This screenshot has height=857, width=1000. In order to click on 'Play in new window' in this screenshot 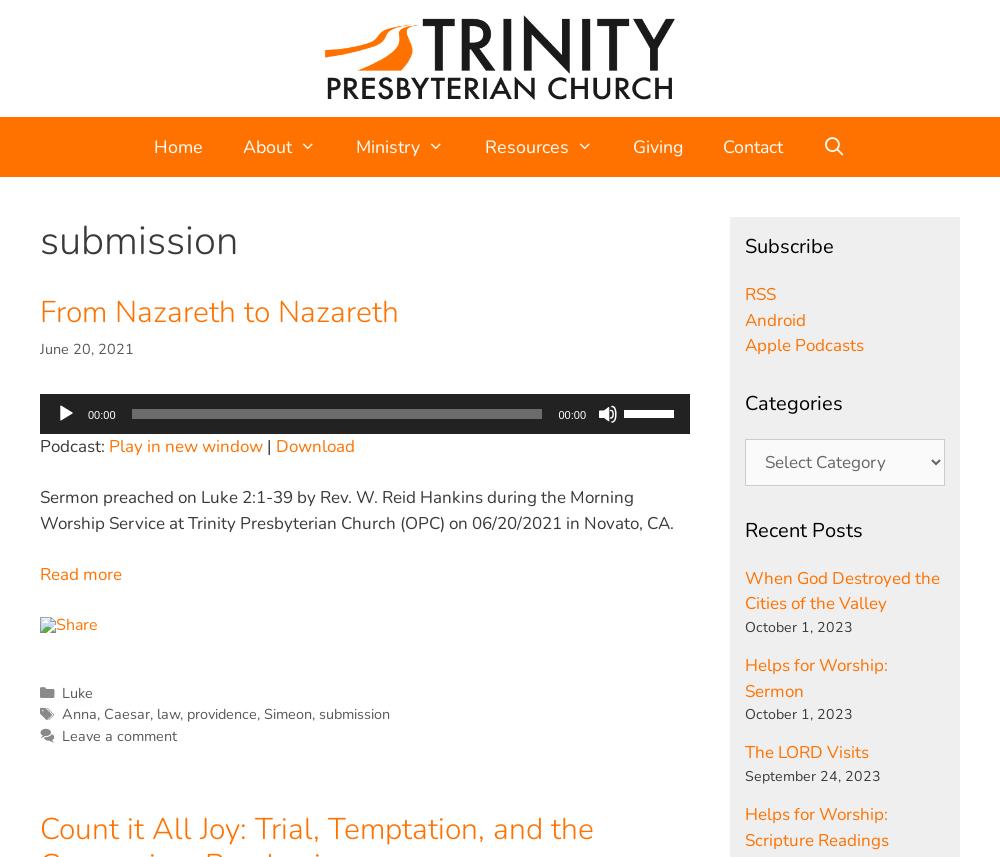, I will do `click(186, 445)`.